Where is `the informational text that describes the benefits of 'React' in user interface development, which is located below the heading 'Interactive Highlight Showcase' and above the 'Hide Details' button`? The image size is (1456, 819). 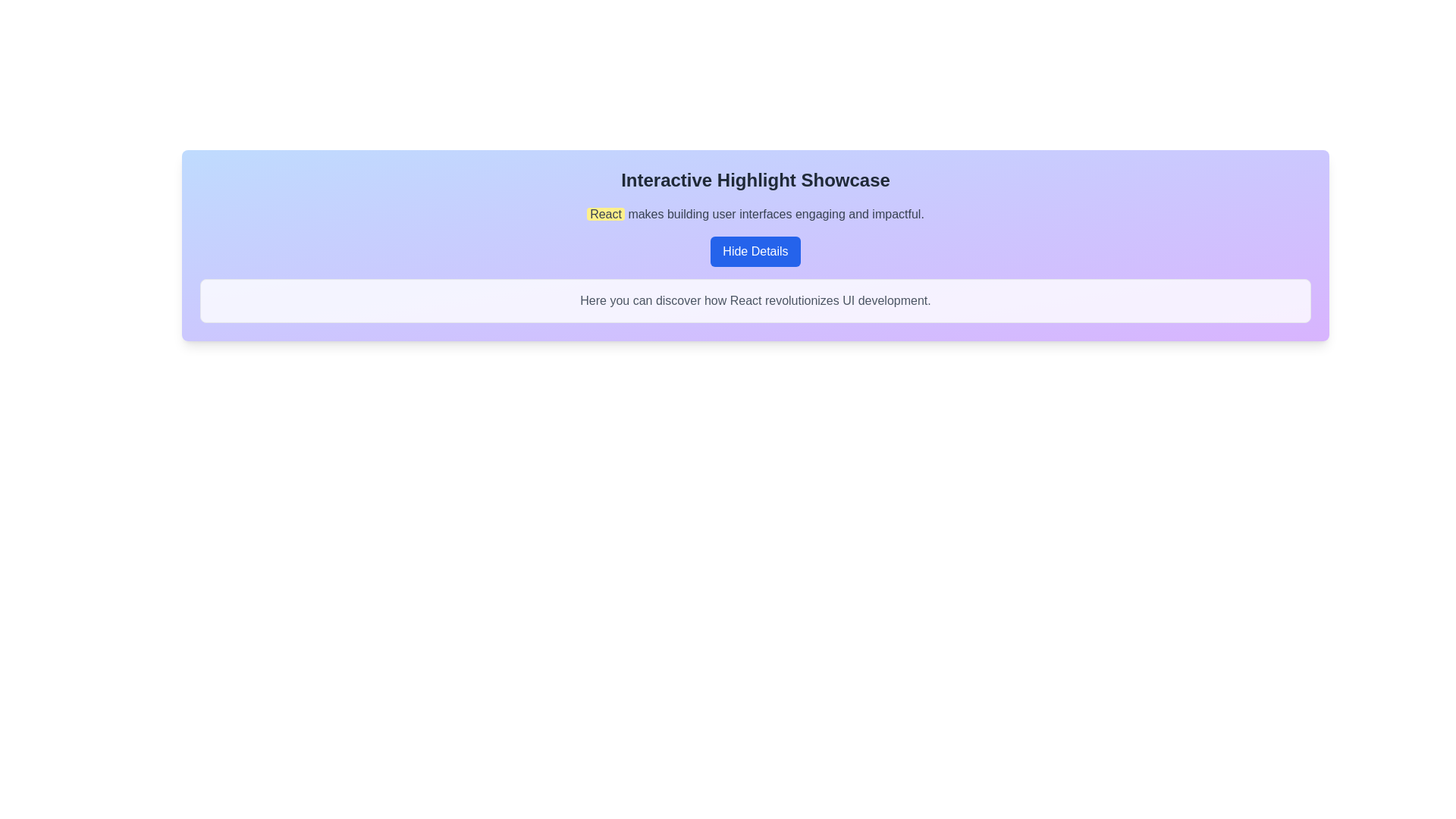
the informational text that describes the benefits of 'React' in user interface development, which is located below the heading 'Interactive Highlight Showcase' and above the 'Hide Details' button is located at coordinates (755, 214).